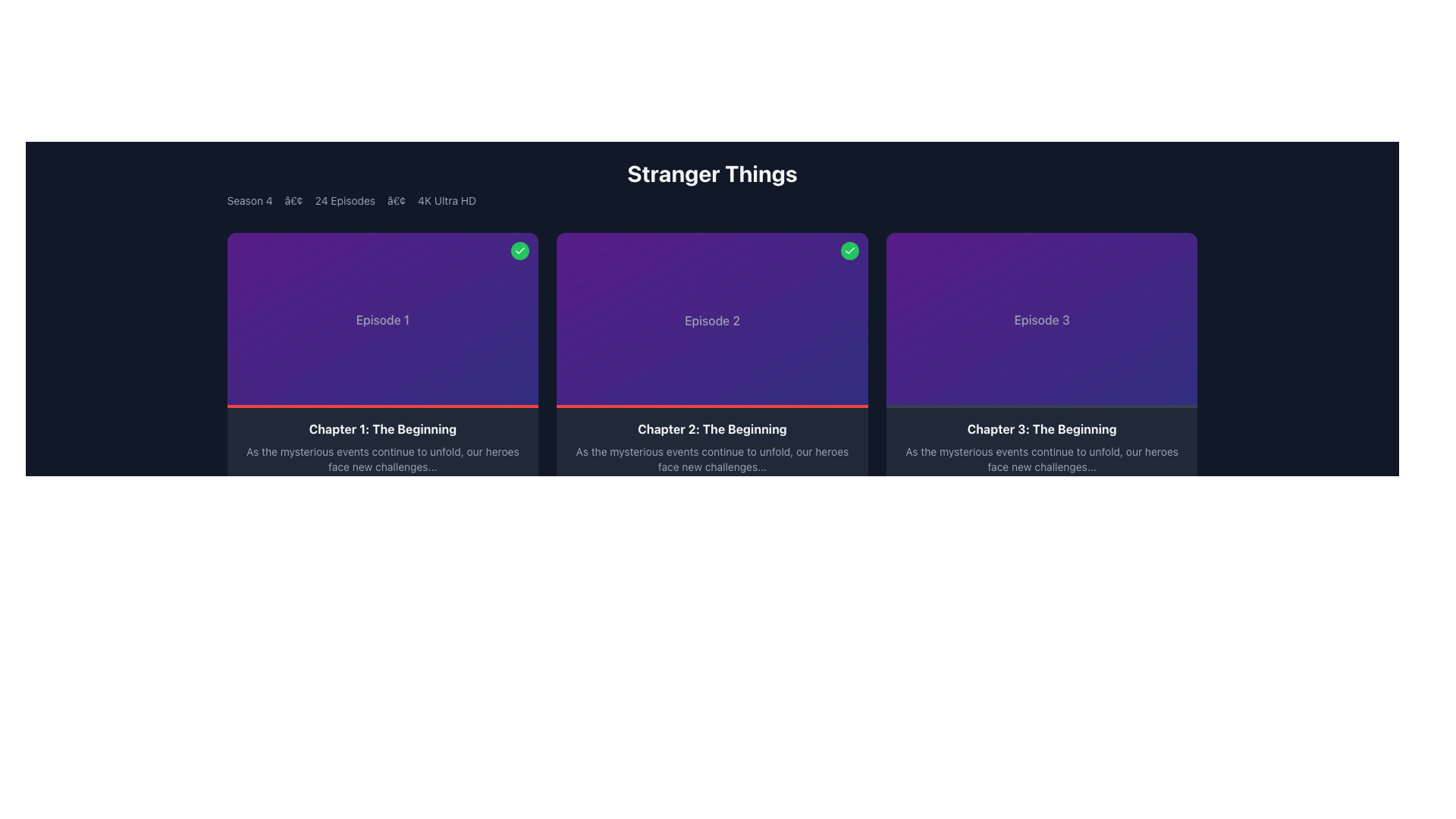  Describe the element at coordinates (397, 200) in the screenshot. I see `the second bullet point in the horizontal sequence of text items, which separates '24 Episodes' and '4K Ultra HD'` at that location.